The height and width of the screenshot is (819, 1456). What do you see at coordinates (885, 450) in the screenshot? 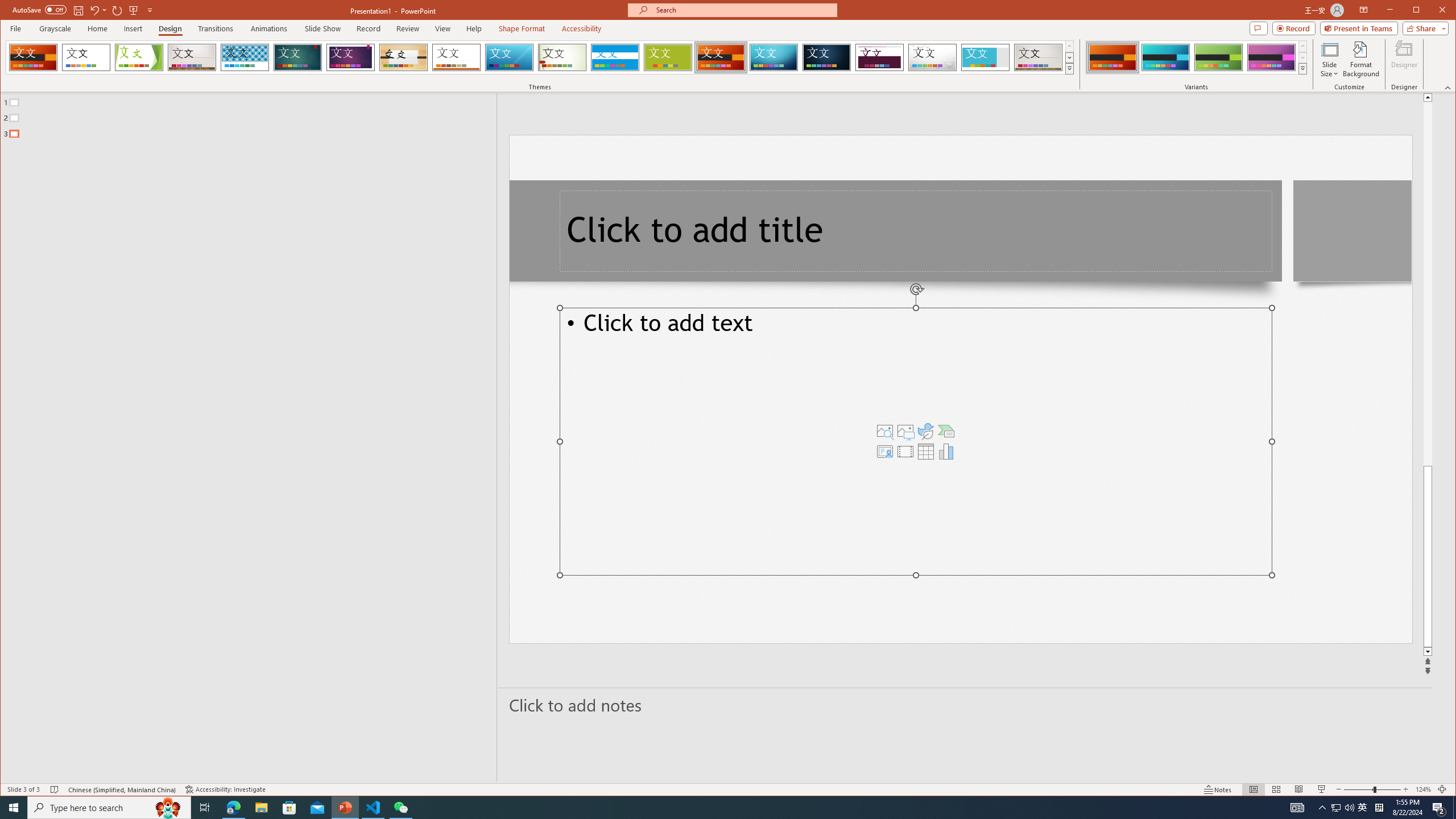
I see `'Insert Cameo'` at bounding box center [885, 450].